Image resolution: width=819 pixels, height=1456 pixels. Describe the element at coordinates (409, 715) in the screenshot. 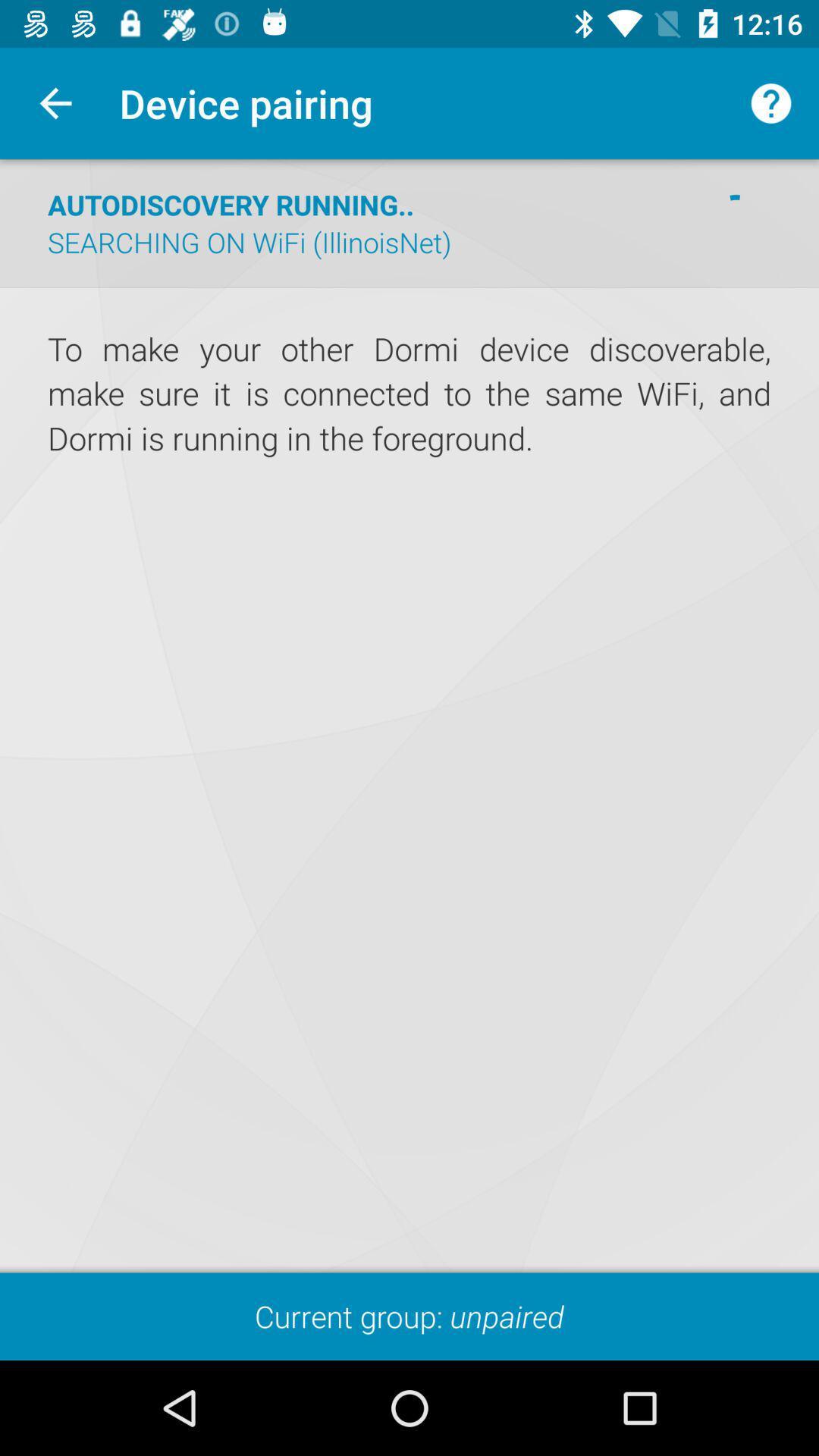

I see `the item above current group: unpaired item` at that location.